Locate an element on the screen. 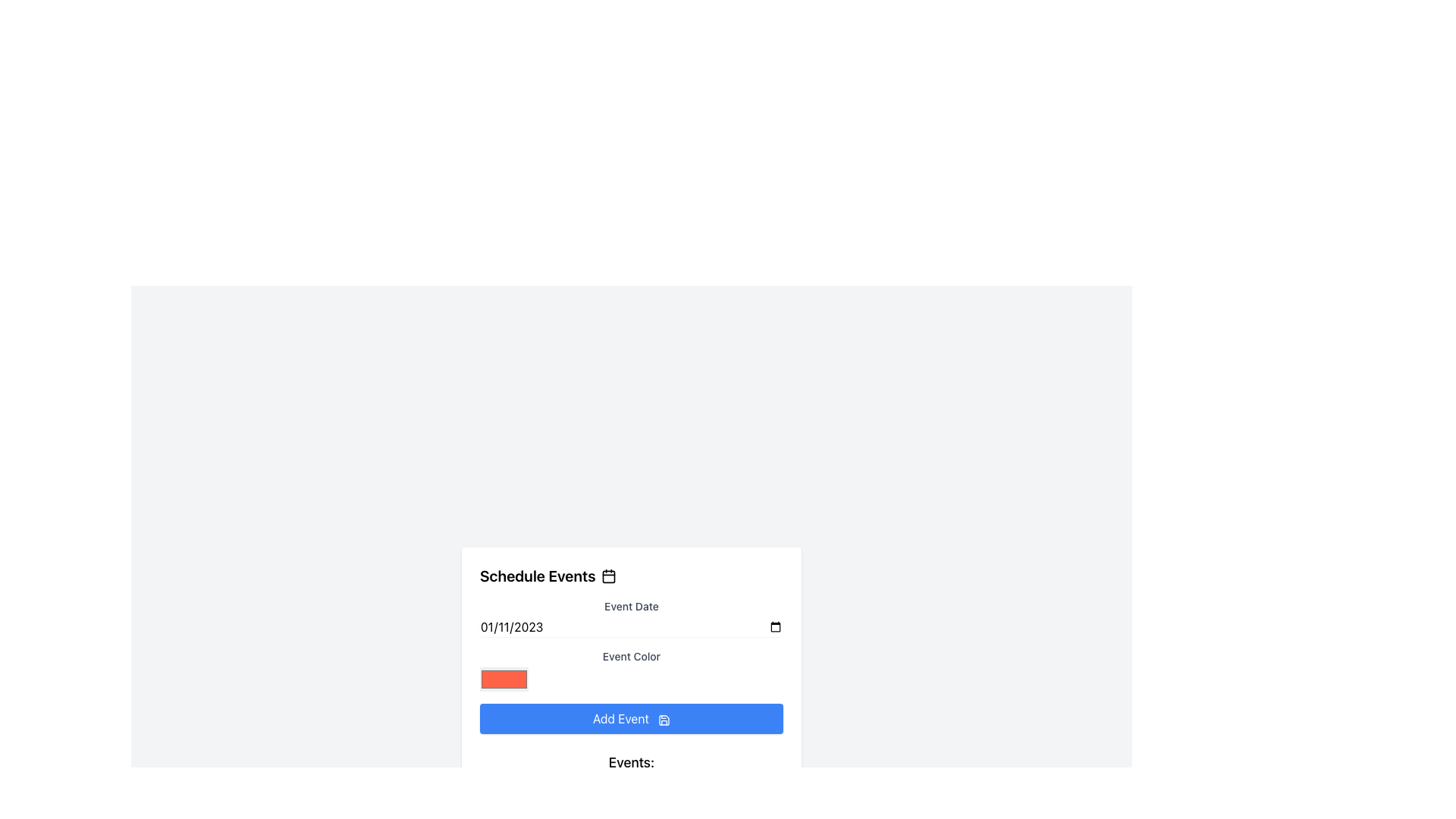 The width and height of the screenshot is (1456, 819). label element that provides context for the date input field under the header 'Schedule Events' is located at coordinates (632, 605).